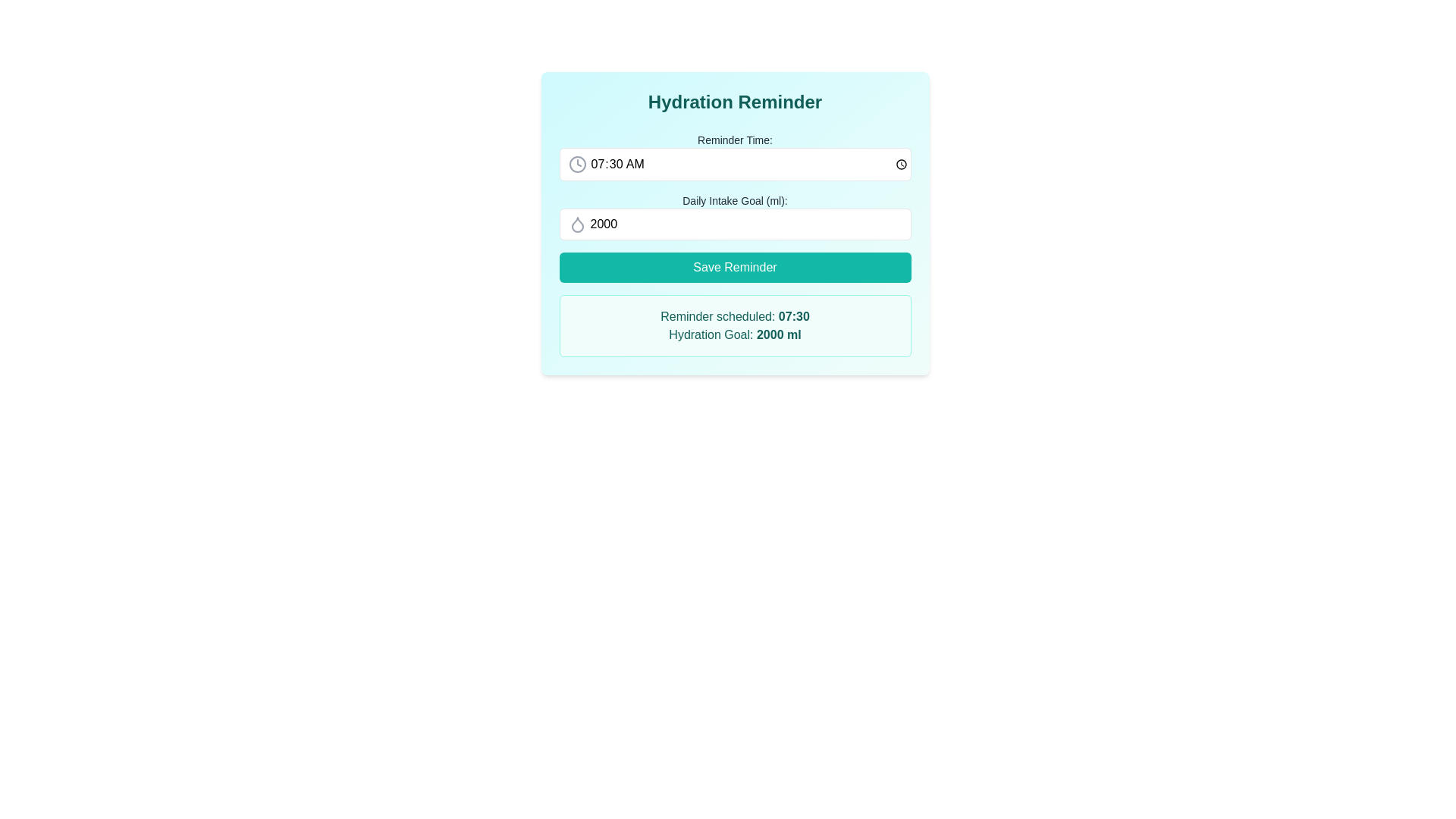 Image resolution: width=1456 pixels, height=819 pixels. Describe the element at coordinates (735, 267) in the screenshot. I see `the save button located below the 'Daily Intake Goal (ml):' input field` at that location.